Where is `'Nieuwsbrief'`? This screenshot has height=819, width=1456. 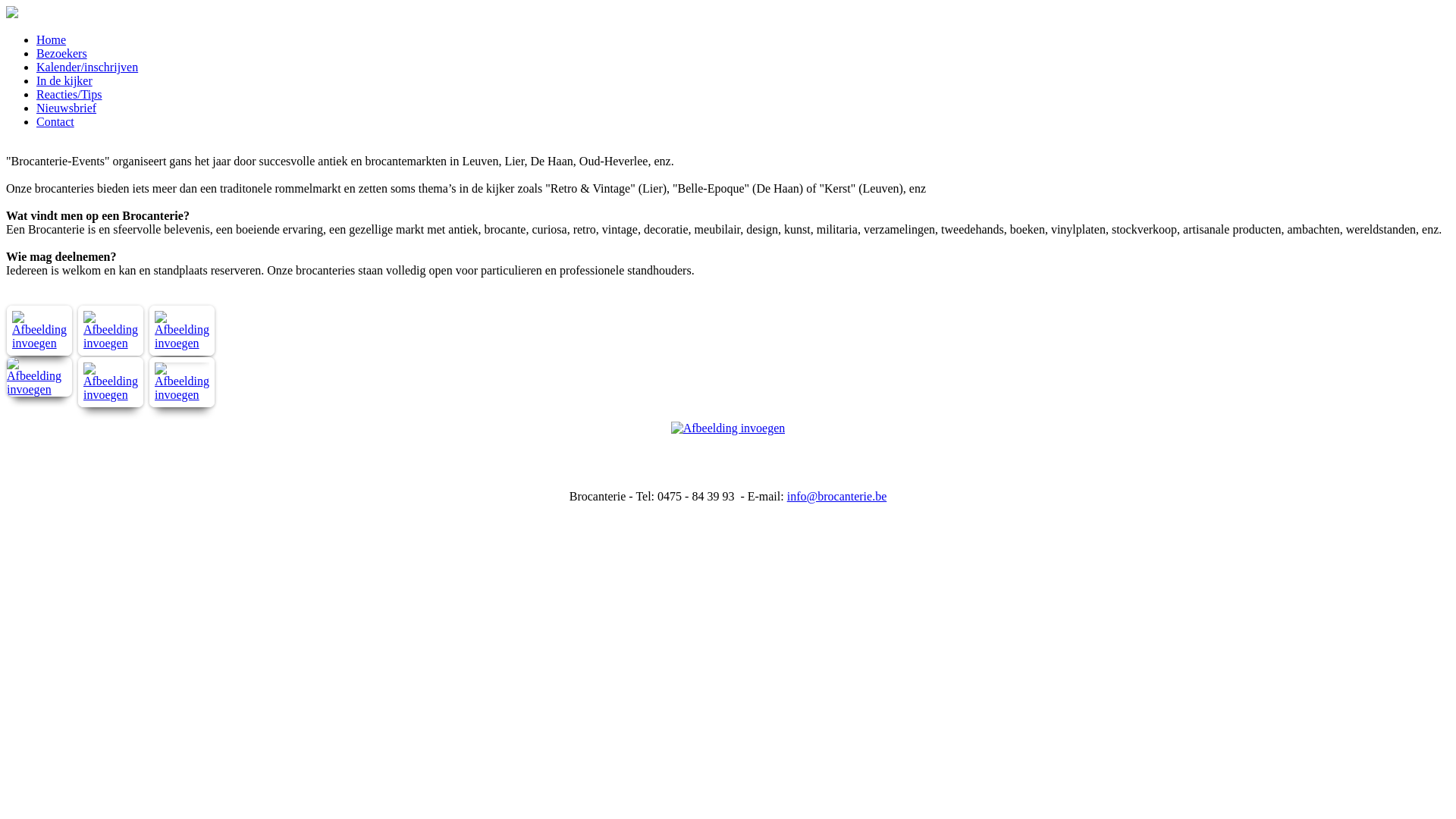 'Nieuwsbrief' is located at coordinates (65, 107).